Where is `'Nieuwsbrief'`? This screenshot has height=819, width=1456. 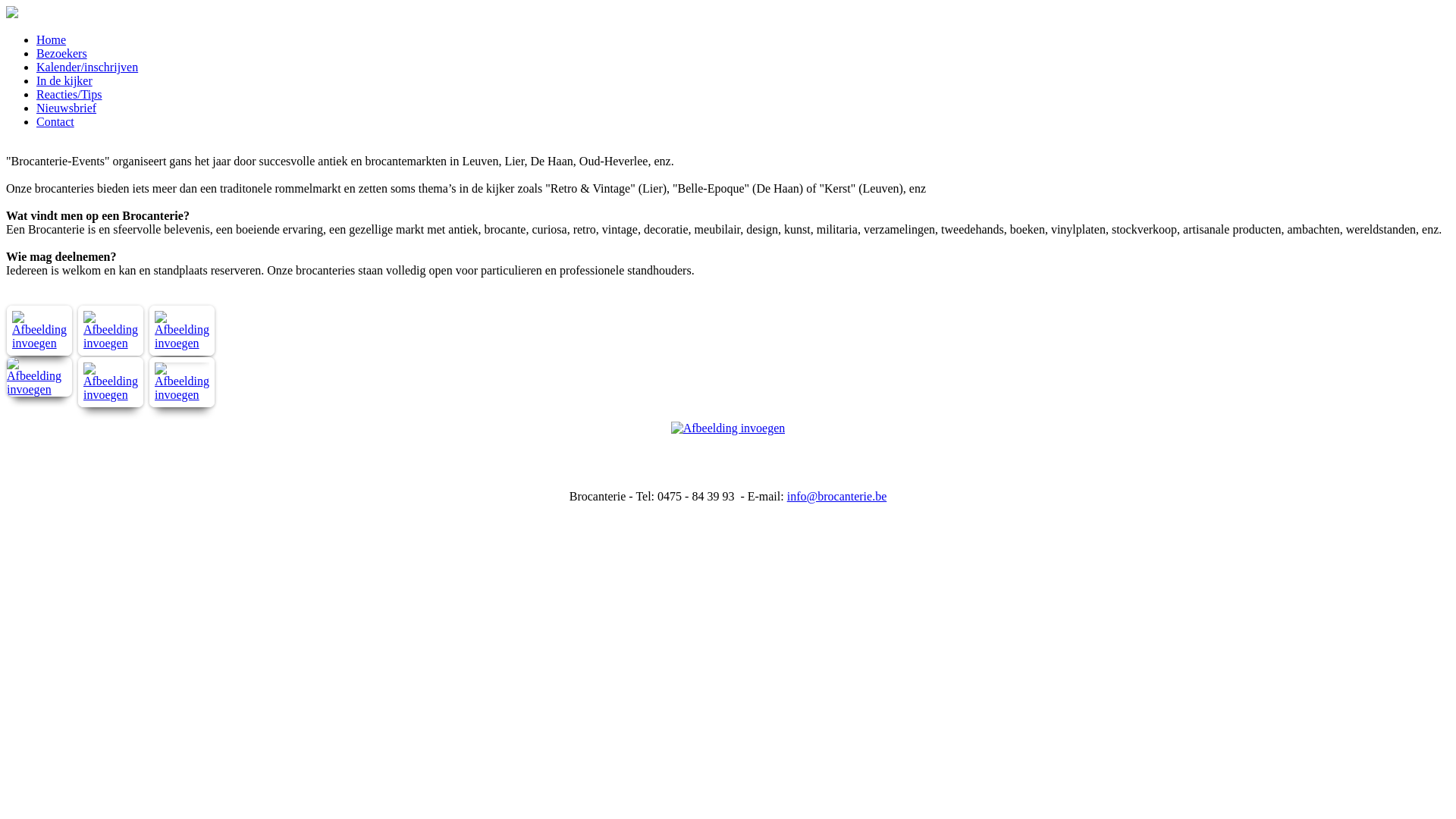 'Nieuwsbrief' is located at coordinates (65, 107).